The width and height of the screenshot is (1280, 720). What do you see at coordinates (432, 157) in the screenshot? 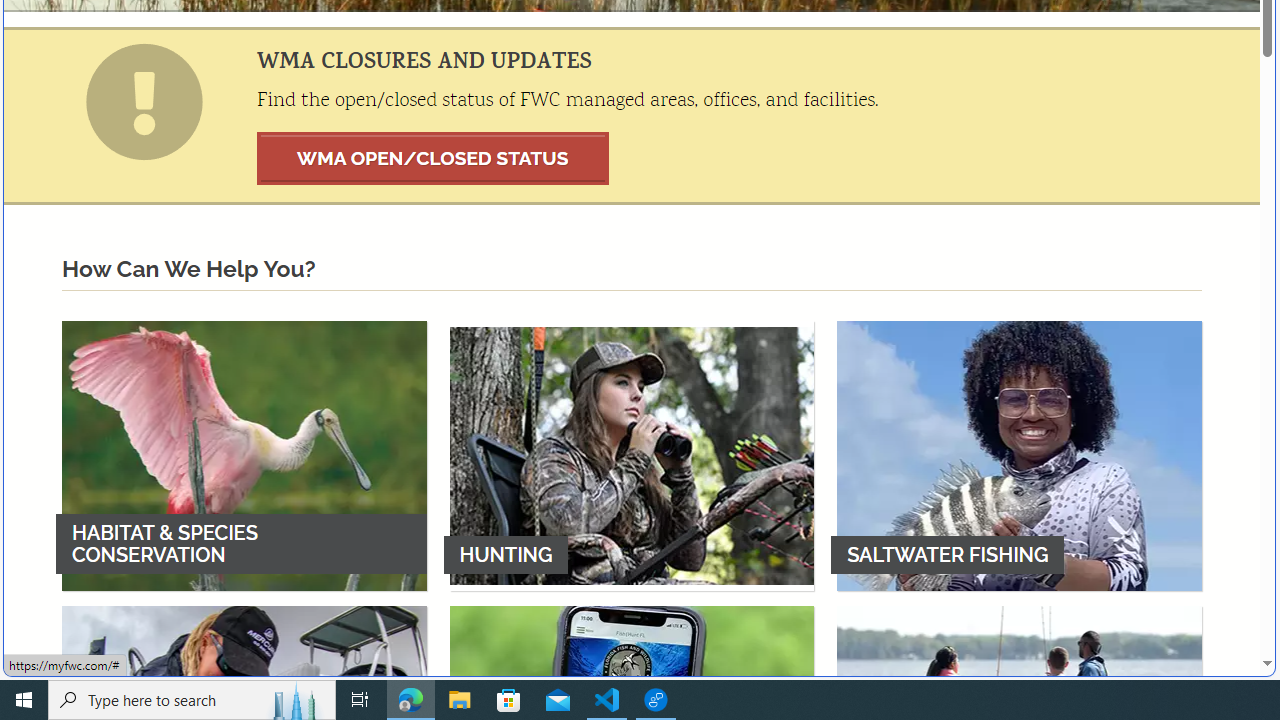
I see `'WMA OPEN/CLOSED STATUS'` at bounding box center [432, 157].